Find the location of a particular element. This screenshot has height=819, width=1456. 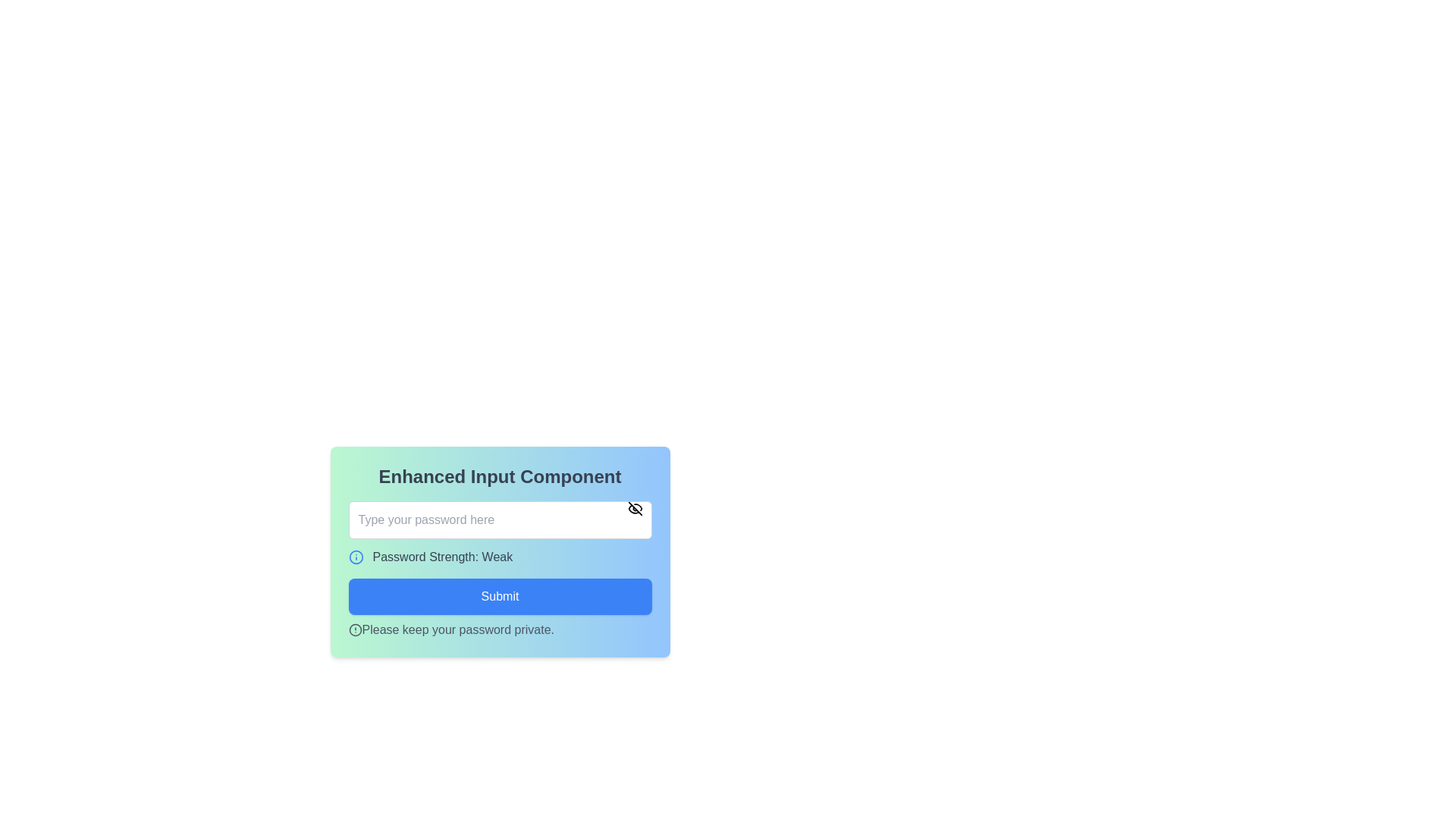

the password input field located below the title 'Enhanced Input Component' to focus and prepare for typing a password is located at coordinates (500, 519).